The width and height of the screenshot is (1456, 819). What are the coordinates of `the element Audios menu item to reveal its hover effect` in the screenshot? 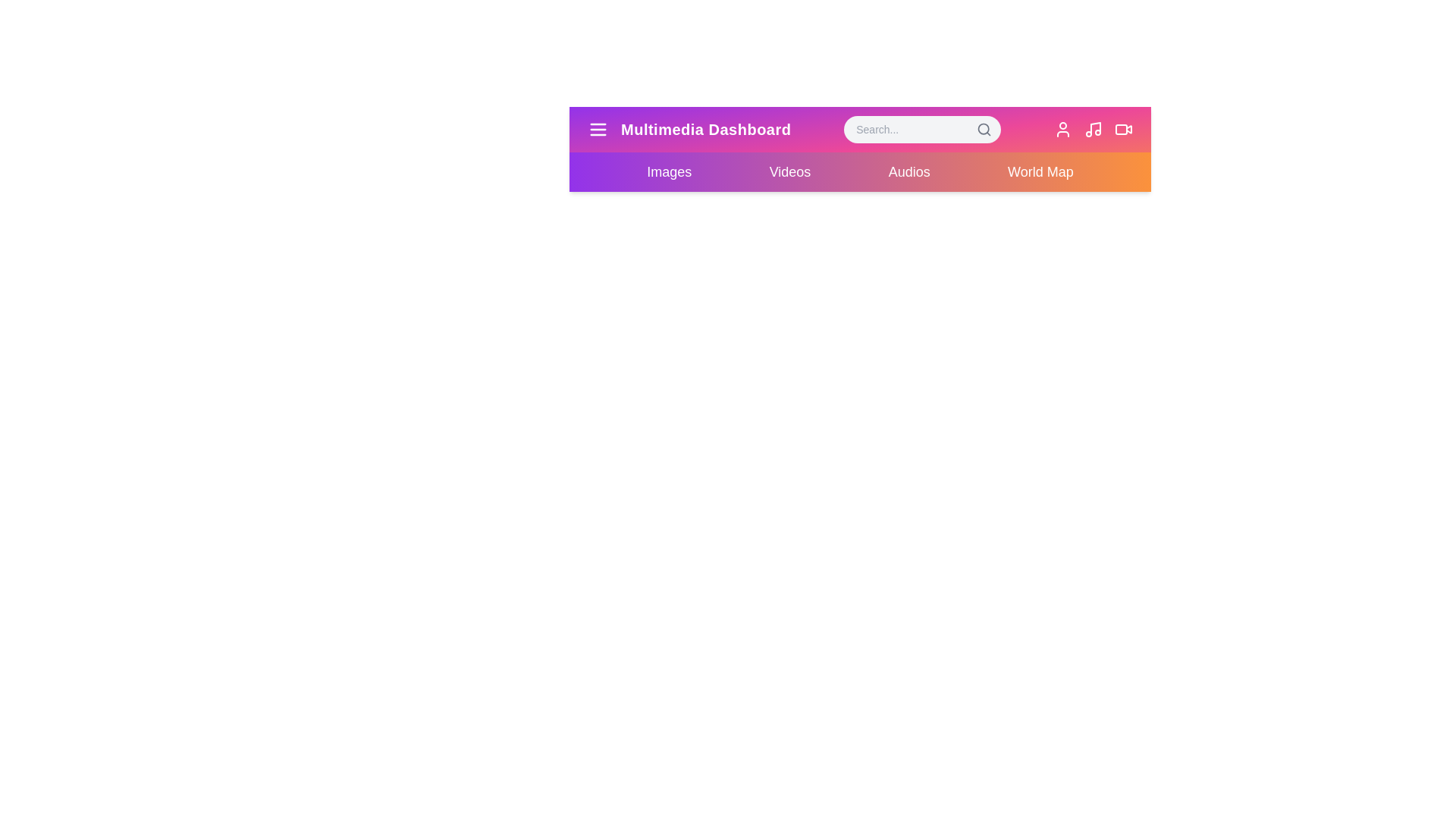 It's located at (909, 171).